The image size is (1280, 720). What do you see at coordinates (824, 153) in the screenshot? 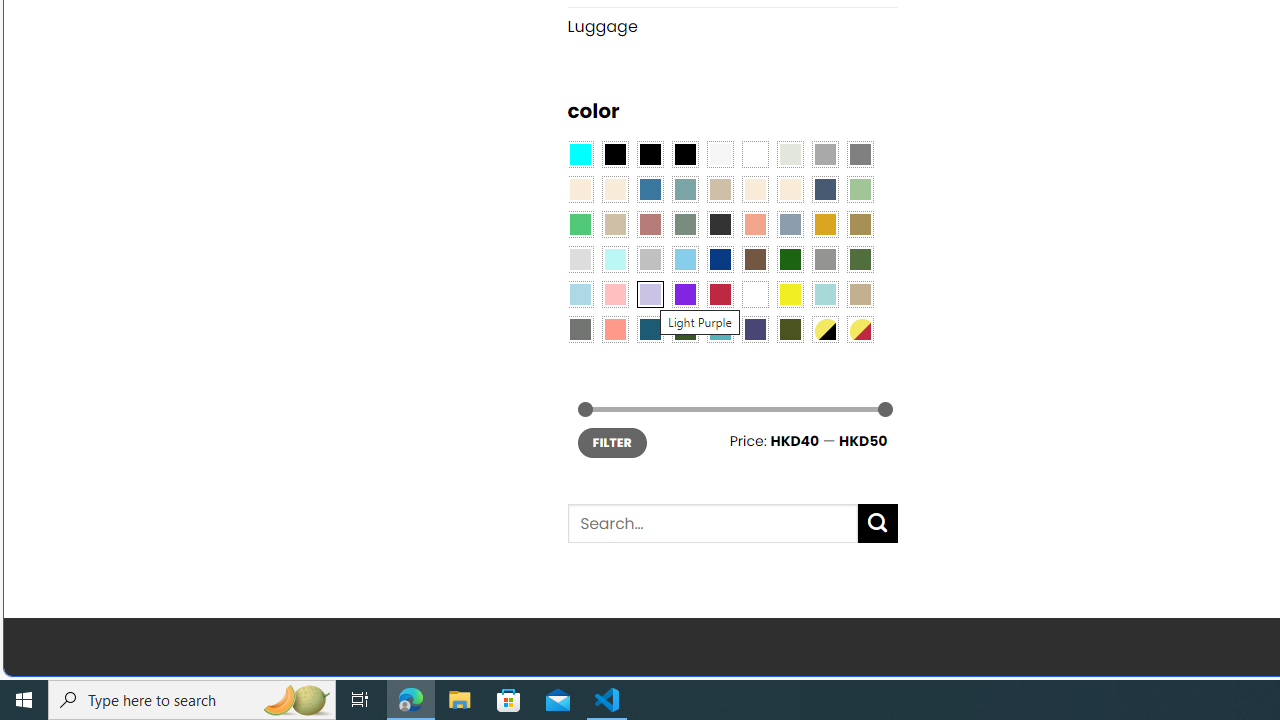
I see `'Dark Gray'` at bounding box center [824, 153].